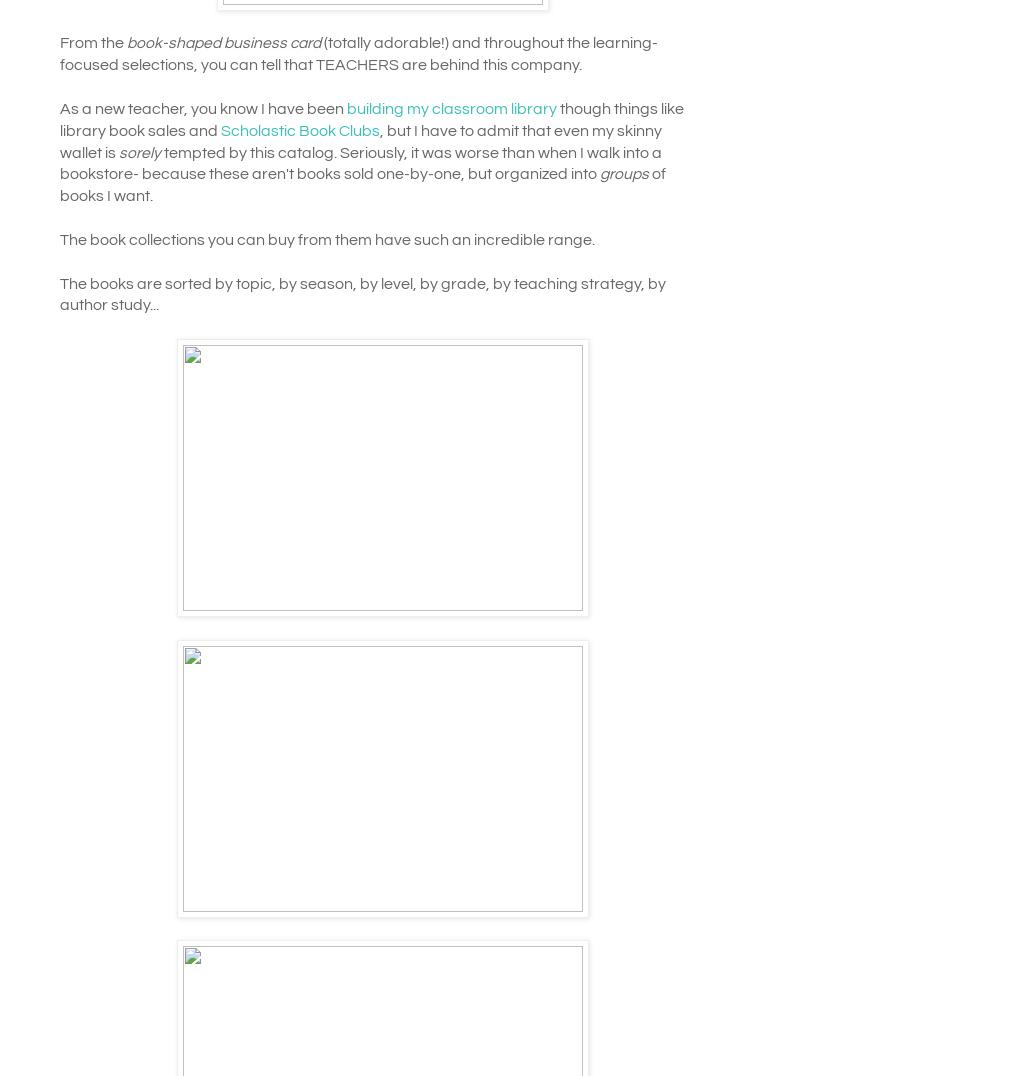  What do you see at coordinates (140, 152) in the screenshot?
I see `'sorely'` at bounding box center [140, 152].